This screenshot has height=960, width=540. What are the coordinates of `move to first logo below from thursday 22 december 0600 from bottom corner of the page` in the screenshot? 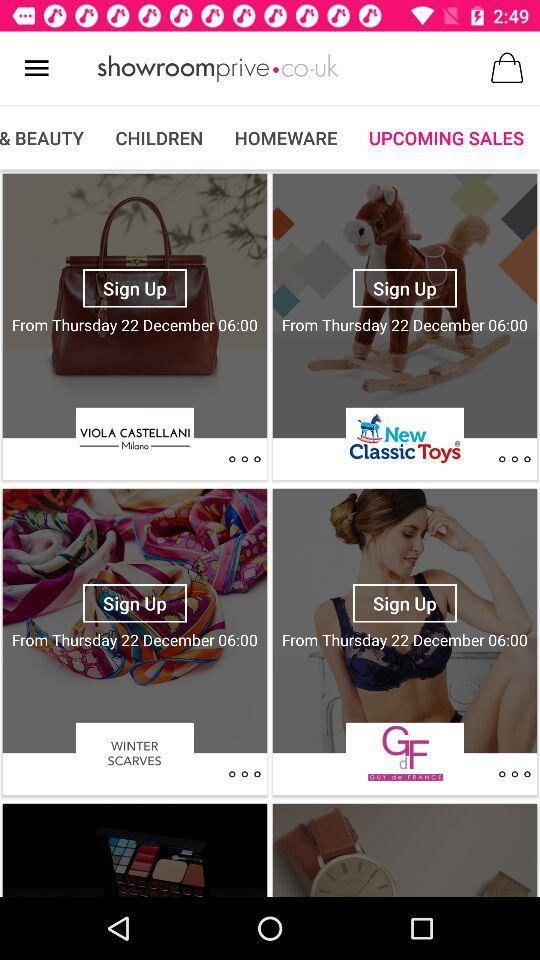 It's located at (405, 752).